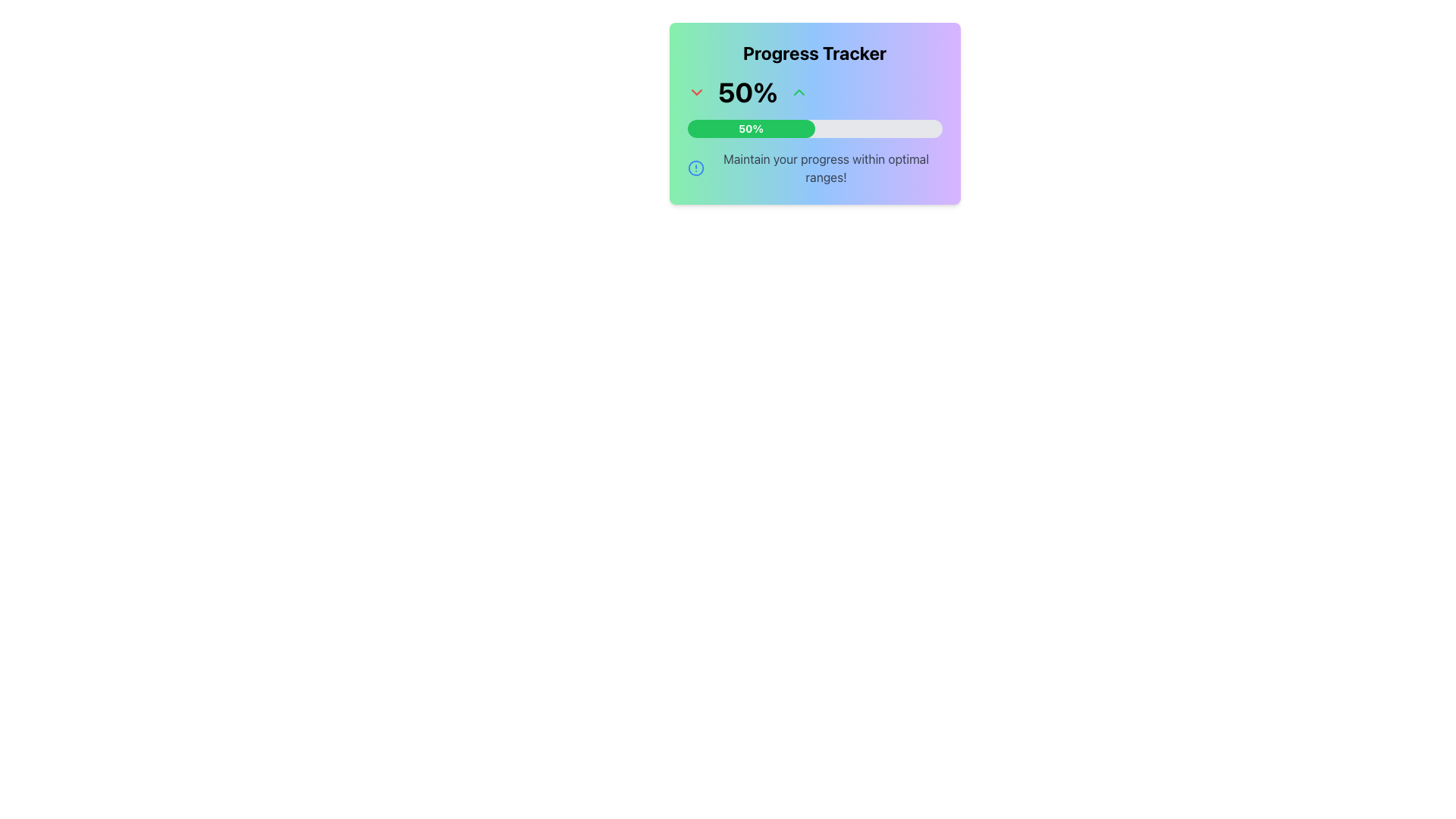  Describe the element at coordinates (695, 168) in the screenshot. I see `the blue circular icon with a hollow border containing an alert sign, located at the bottom left corner of the 'Maintain your progress within optimal ranges!' text` at that location.